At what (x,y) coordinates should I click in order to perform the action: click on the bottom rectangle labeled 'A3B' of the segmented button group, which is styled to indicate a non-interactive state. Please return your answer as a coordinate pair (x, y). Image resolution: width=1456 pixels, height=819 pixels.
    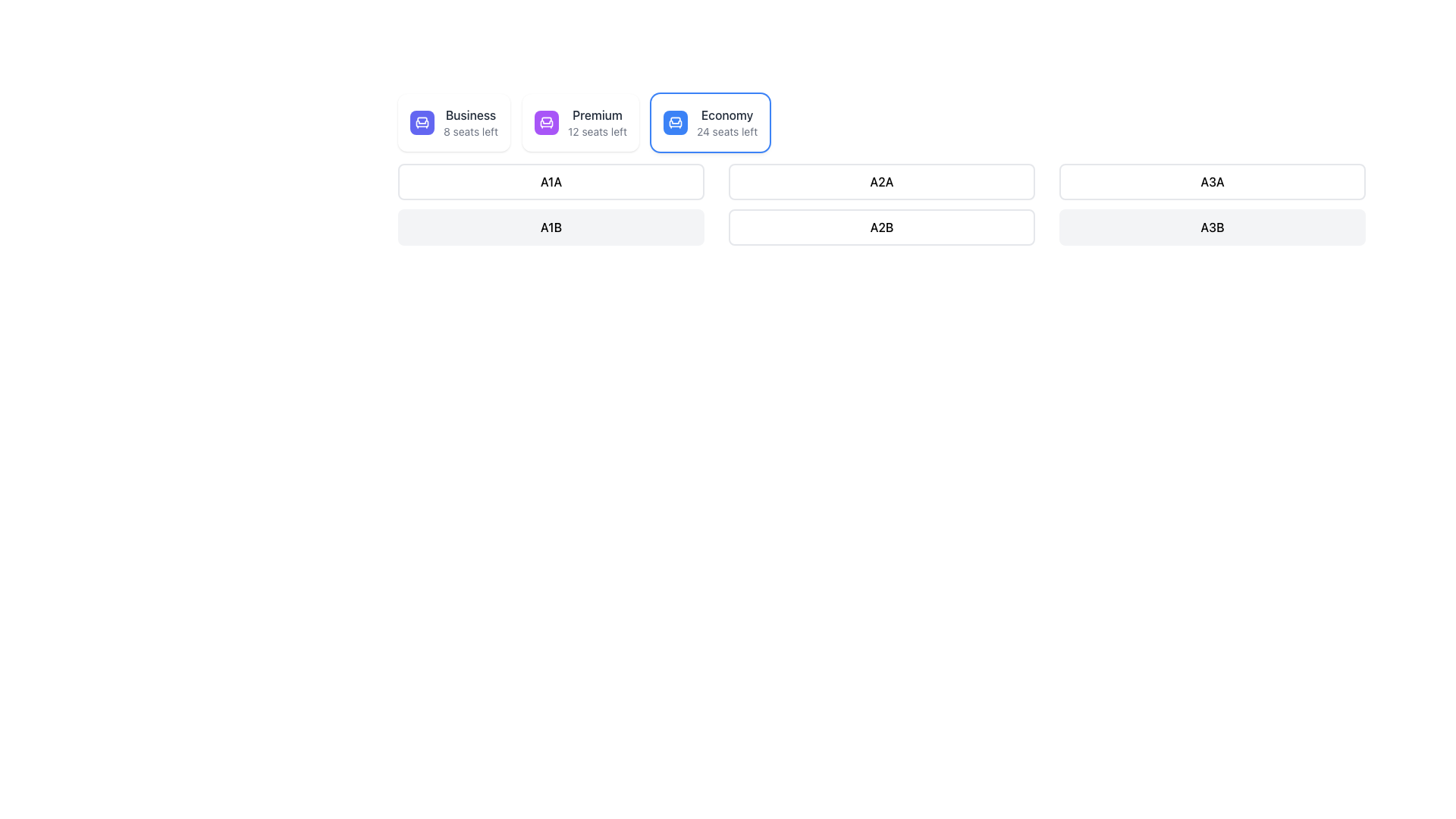
    Looking at the image, I should click on (1211, 207).